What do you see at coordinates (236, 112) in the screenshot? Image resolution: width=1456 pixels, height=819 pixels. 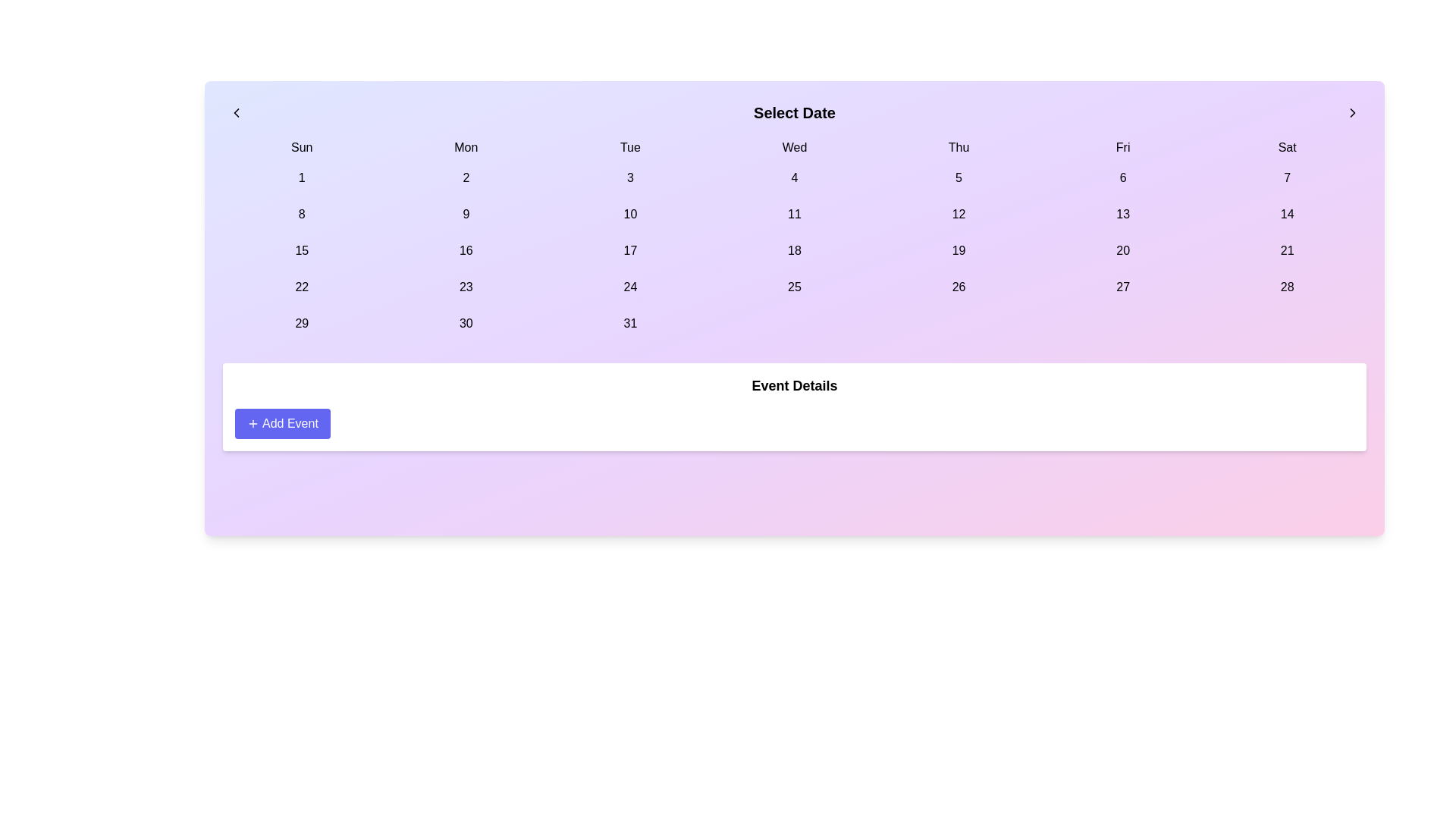 I see `the circular button with a chevron-left icon located in the top left corner of the date selection interface` at bounding box center [236, 112].